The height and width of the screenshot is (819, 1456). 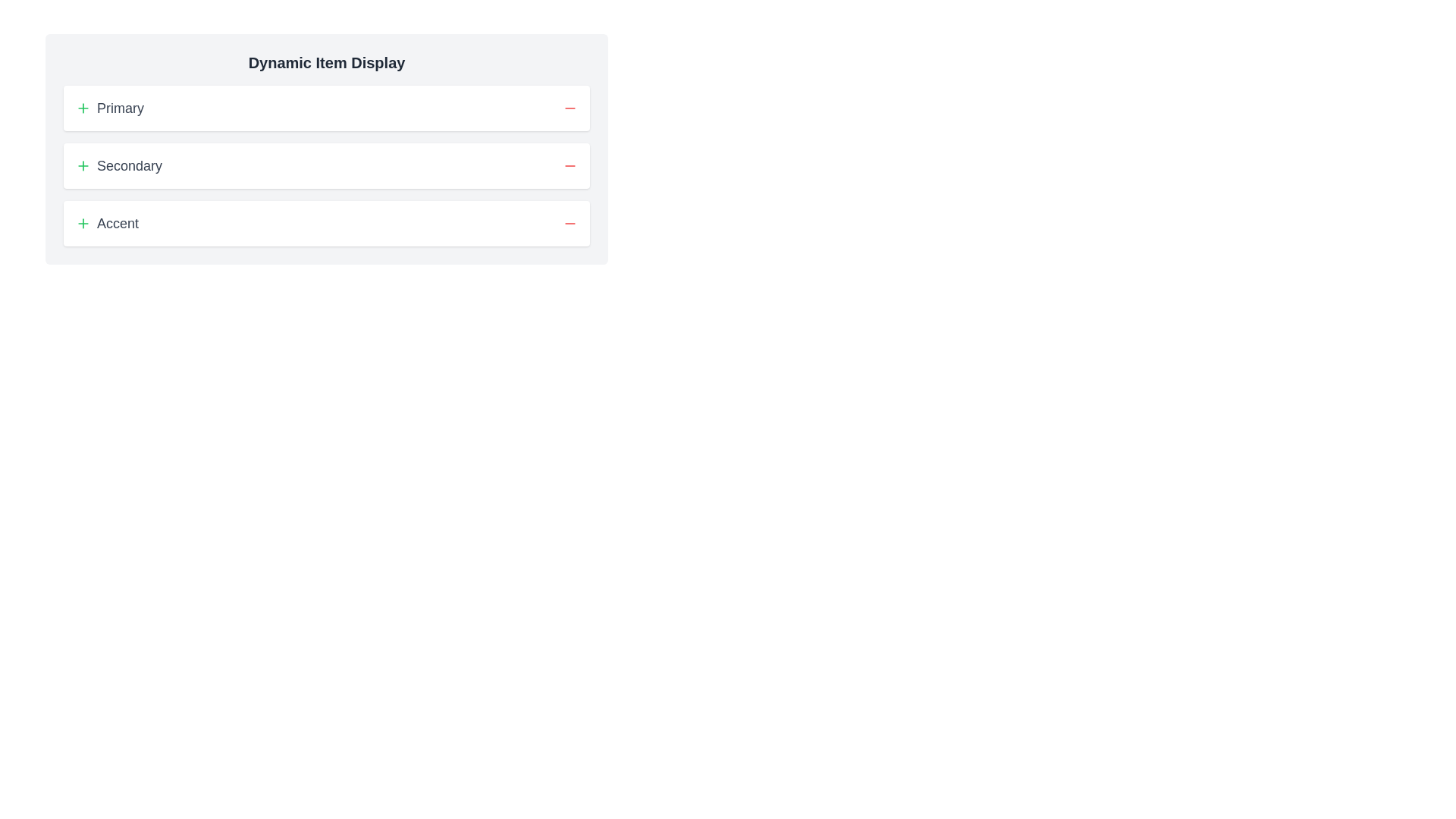 I want to click on the text label positioned below 'Primary' and above 'Accent', serving as a title for its respective section, which is horizontally aligned with the '+' icon, so click(x=130, y=166).